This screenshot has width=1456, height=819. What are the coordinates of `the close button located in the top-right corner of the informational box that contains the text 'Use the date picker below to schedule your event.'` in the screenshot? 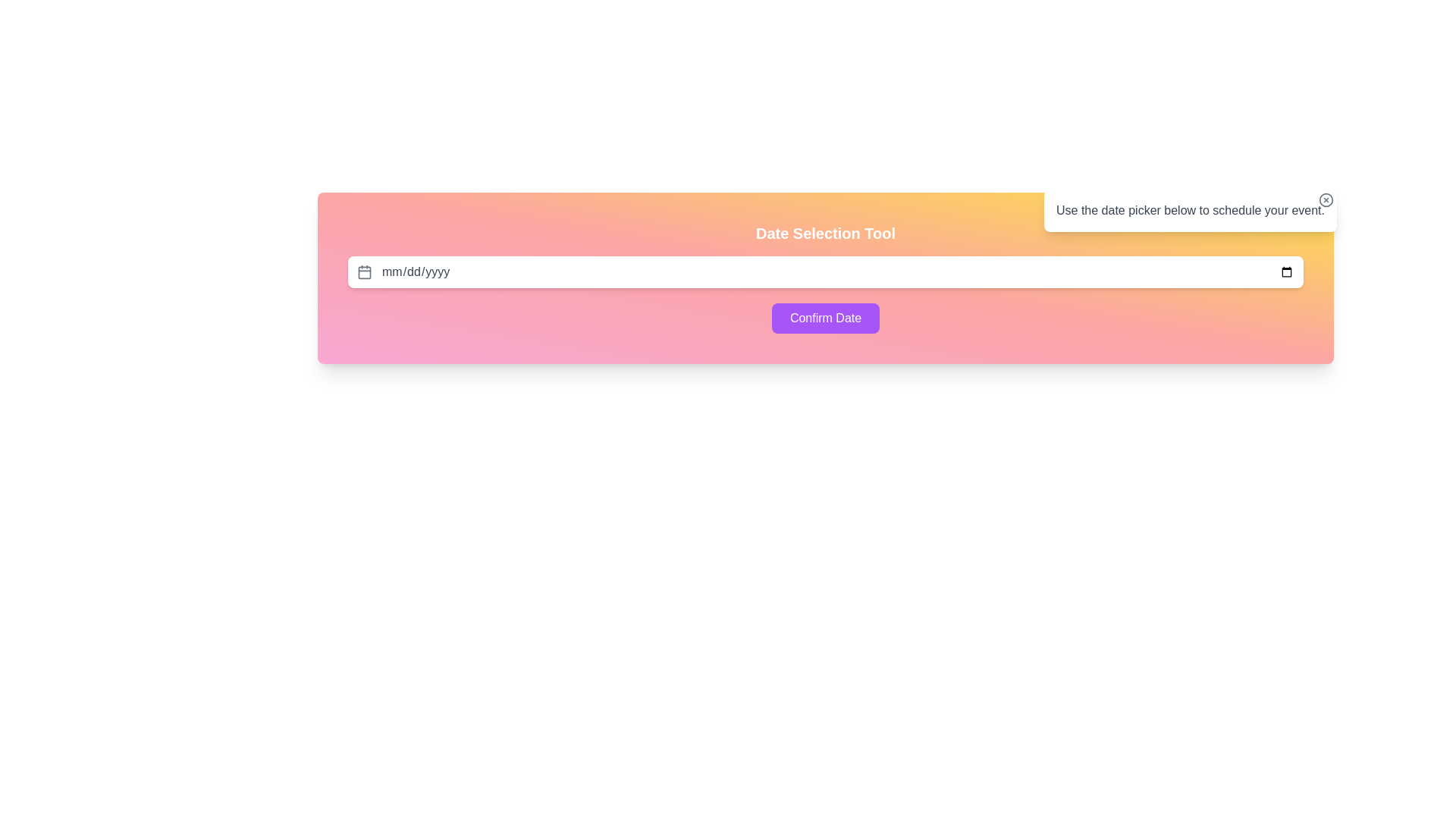 It's located at (1325, 199).